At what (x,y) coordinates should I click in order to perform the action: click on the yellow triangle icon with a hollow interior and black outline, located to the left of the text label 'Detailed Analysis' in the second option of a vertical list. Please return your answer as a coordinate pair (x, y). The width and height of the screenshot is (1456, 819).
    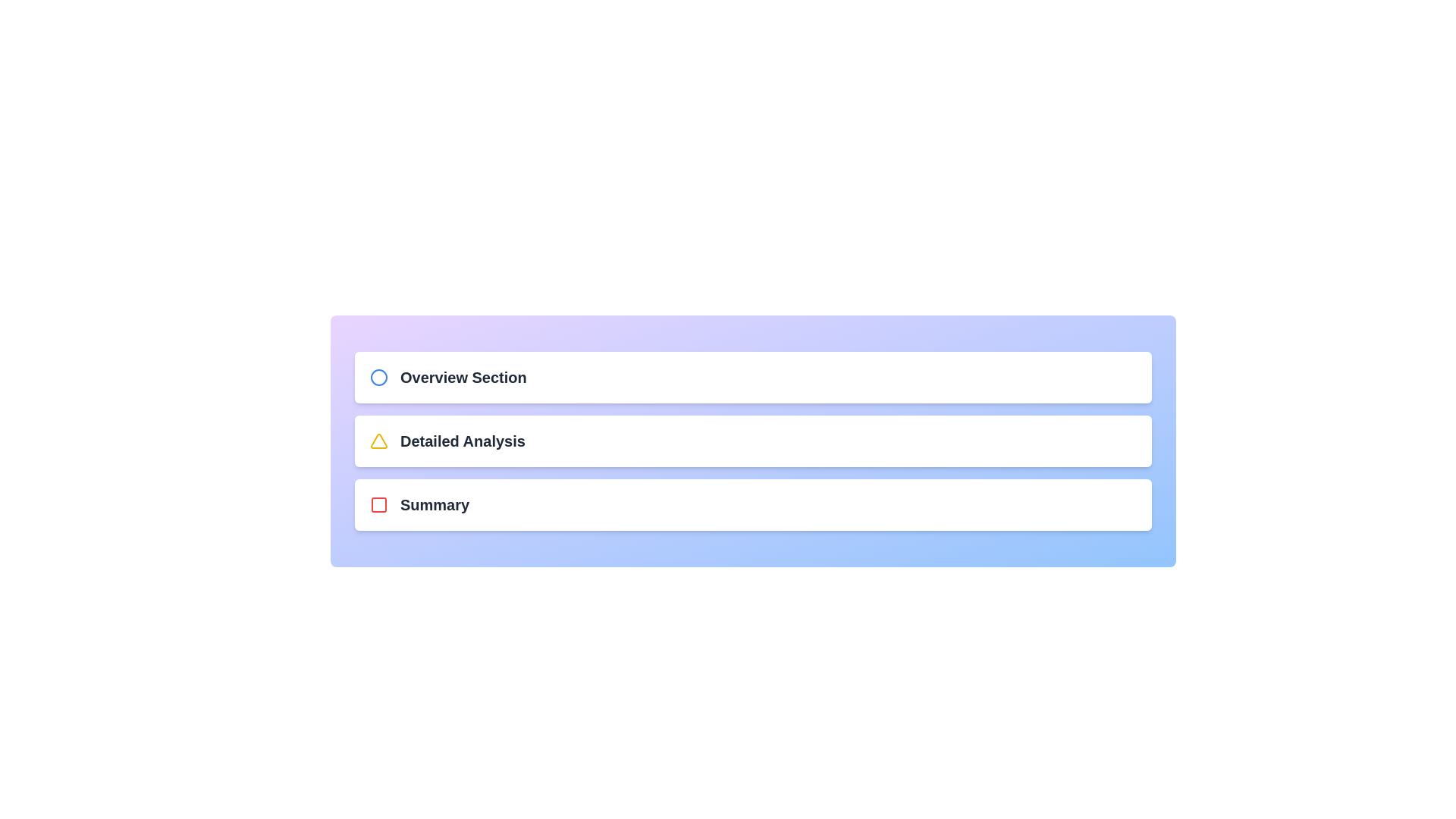
    Looking at the image, I should click on (378, 441).